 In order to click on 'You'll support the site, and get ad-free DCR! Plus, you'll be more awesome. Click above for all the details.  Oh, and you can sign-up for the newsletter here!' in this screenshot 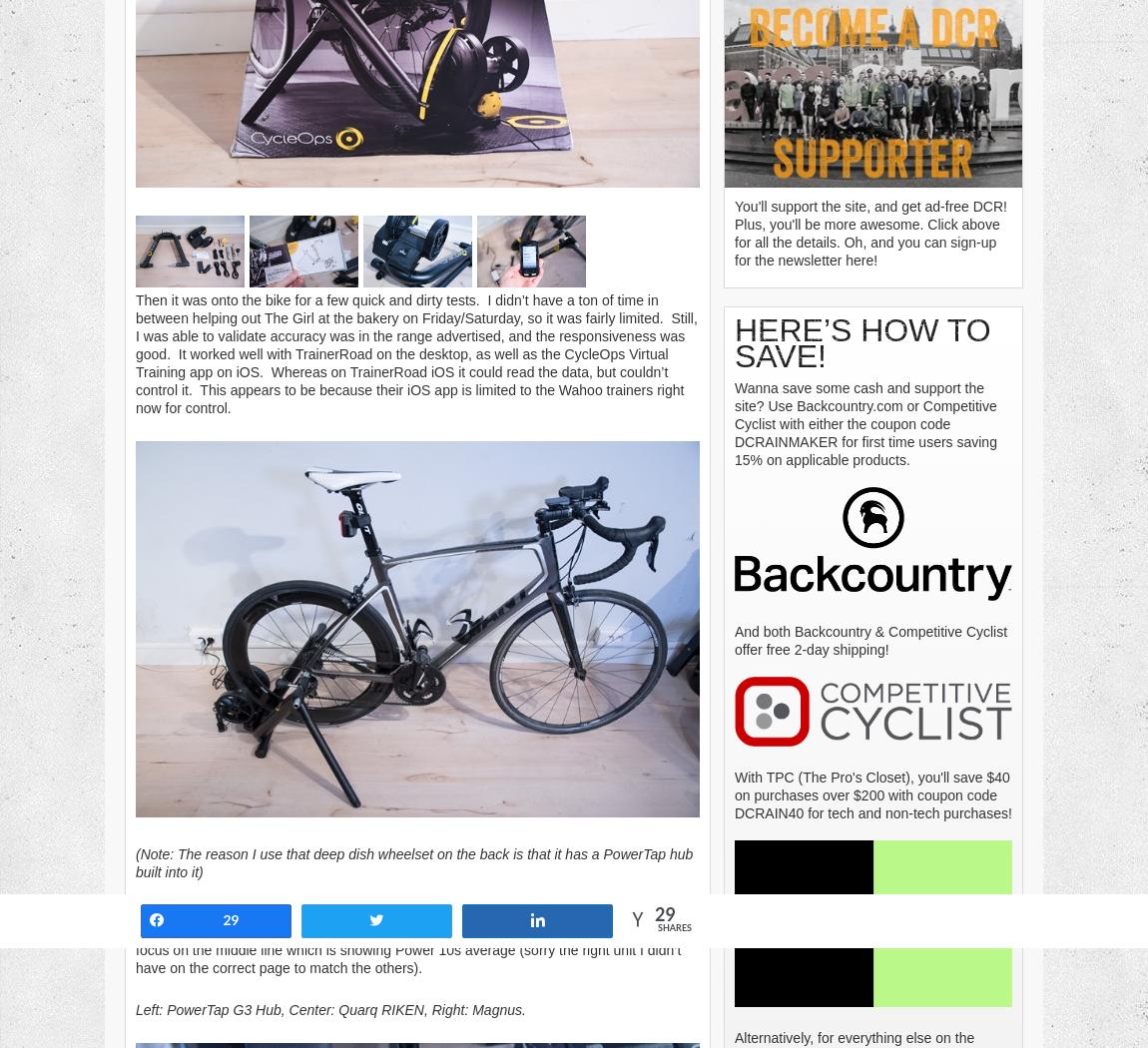, I will do `click(870, 232)`.